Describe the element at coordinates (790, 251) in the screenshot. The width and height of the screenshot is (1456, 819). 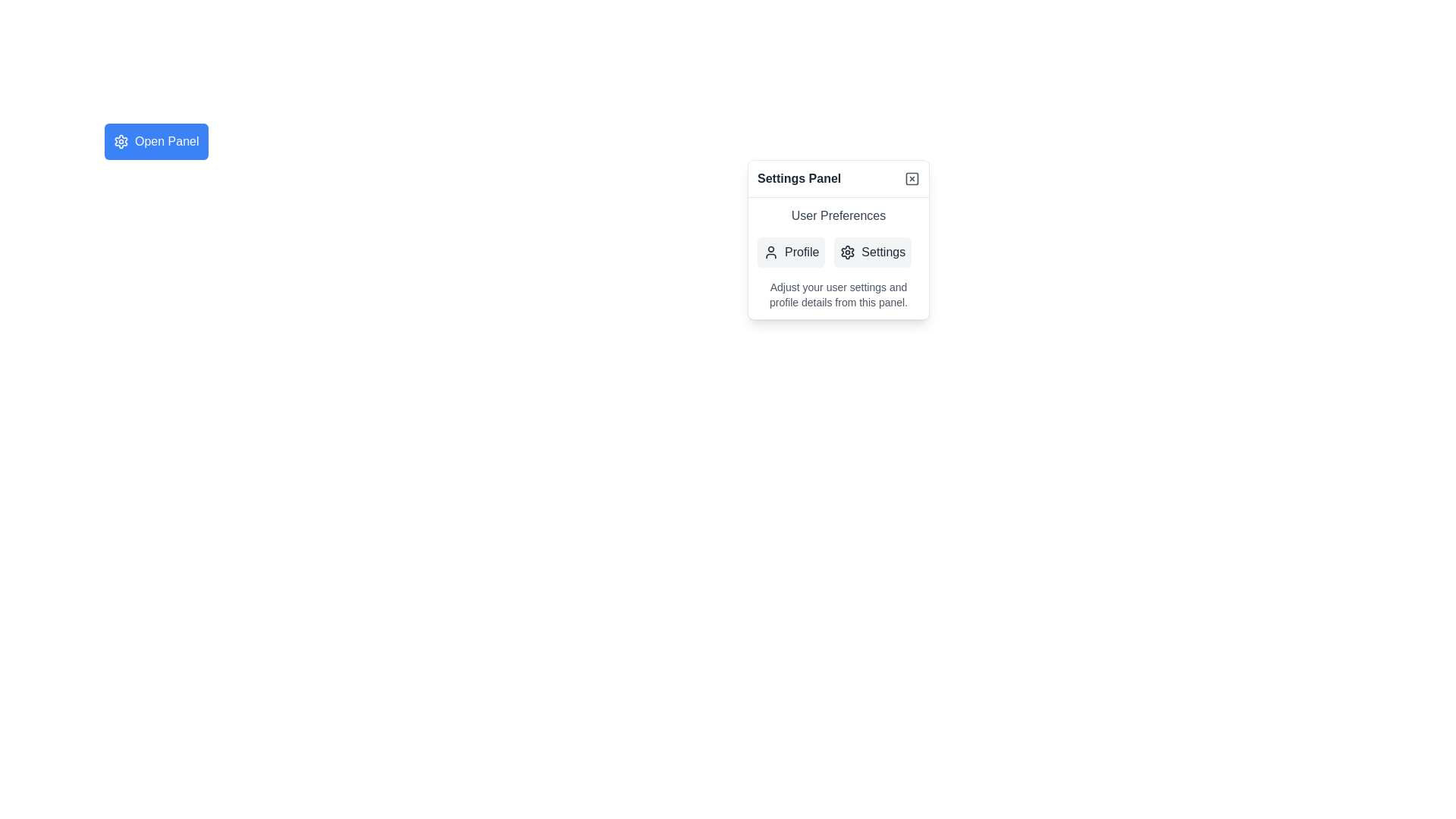
I see `the first button in the horizontal alignment under the 'User Preferences' section of the 'Settings Panel', which likely leads to the user's profile settings or information` at that location.